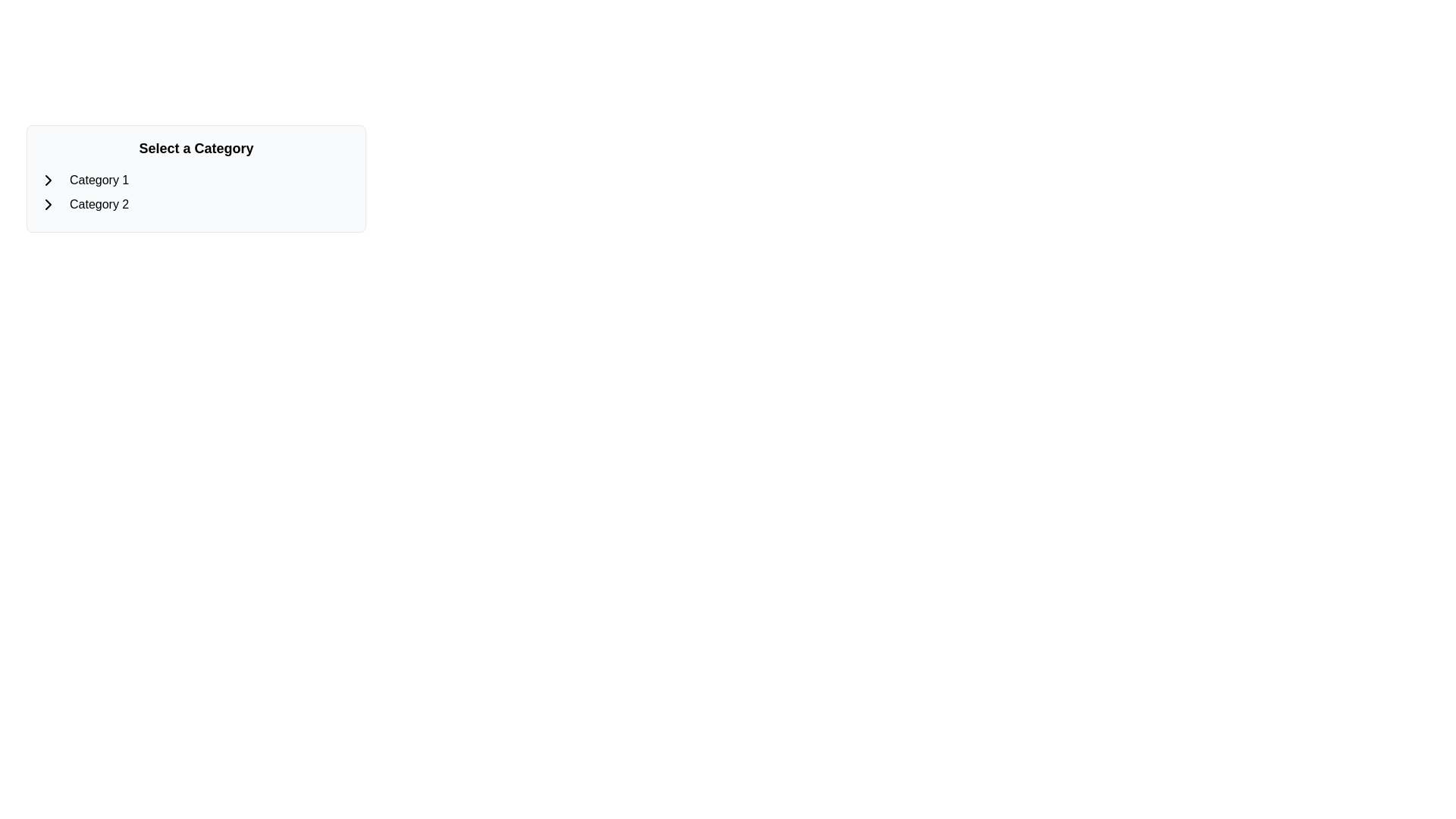  Describe the element at coordinates (48, 205) in the screenshot. I see `the right-pointing chevron arrow icon that denotes an expandable or collapsible hierarchical list associated with 'Category 2'` at that location.